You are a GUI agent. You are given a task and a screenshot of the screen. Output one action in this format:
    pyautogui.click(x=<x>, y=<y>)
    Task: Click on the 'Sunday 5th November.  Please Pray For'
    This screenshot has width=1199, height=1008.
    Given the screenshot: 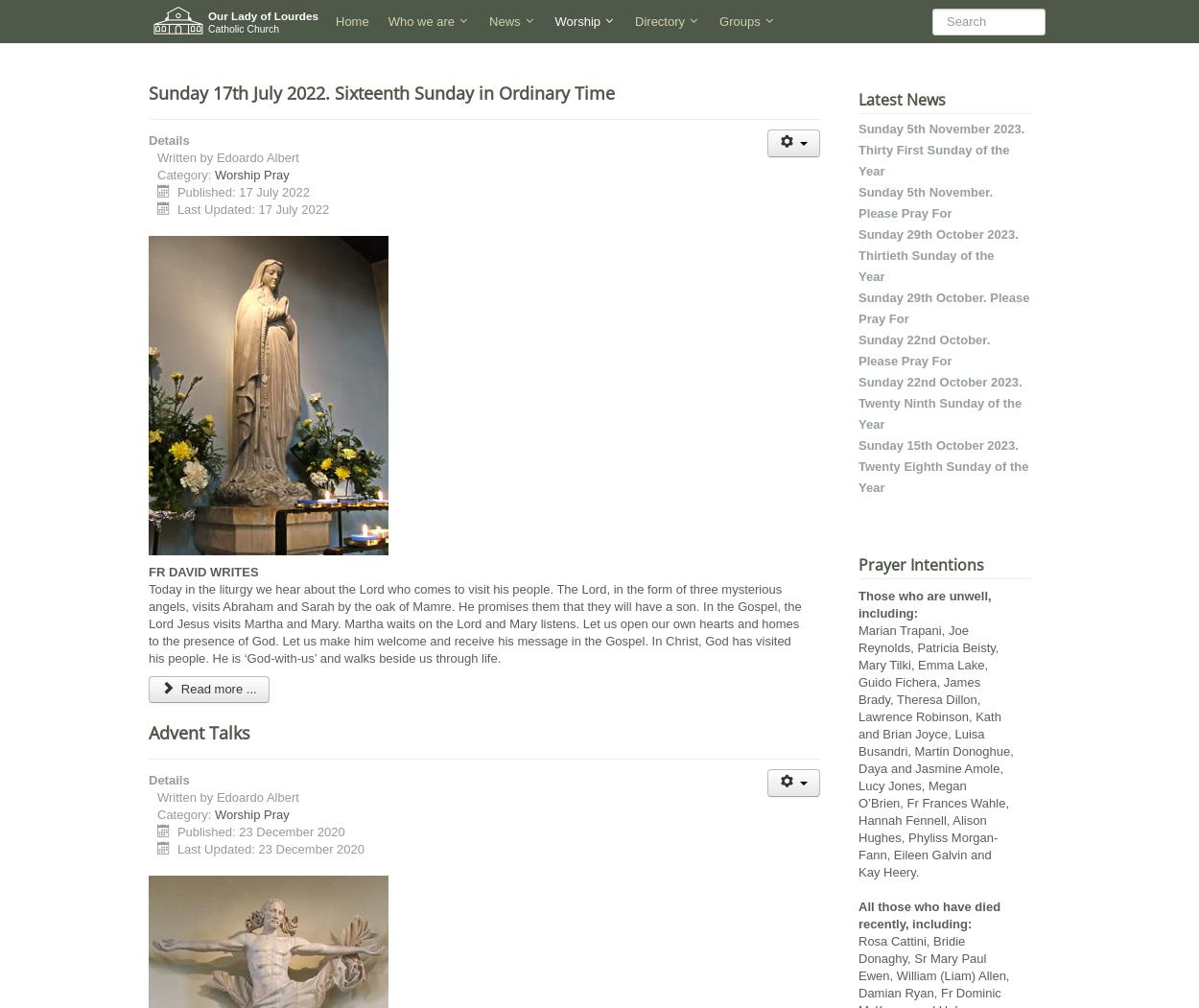 What is the action you would take?
    pyautogui.click(x=925, y=201)
    